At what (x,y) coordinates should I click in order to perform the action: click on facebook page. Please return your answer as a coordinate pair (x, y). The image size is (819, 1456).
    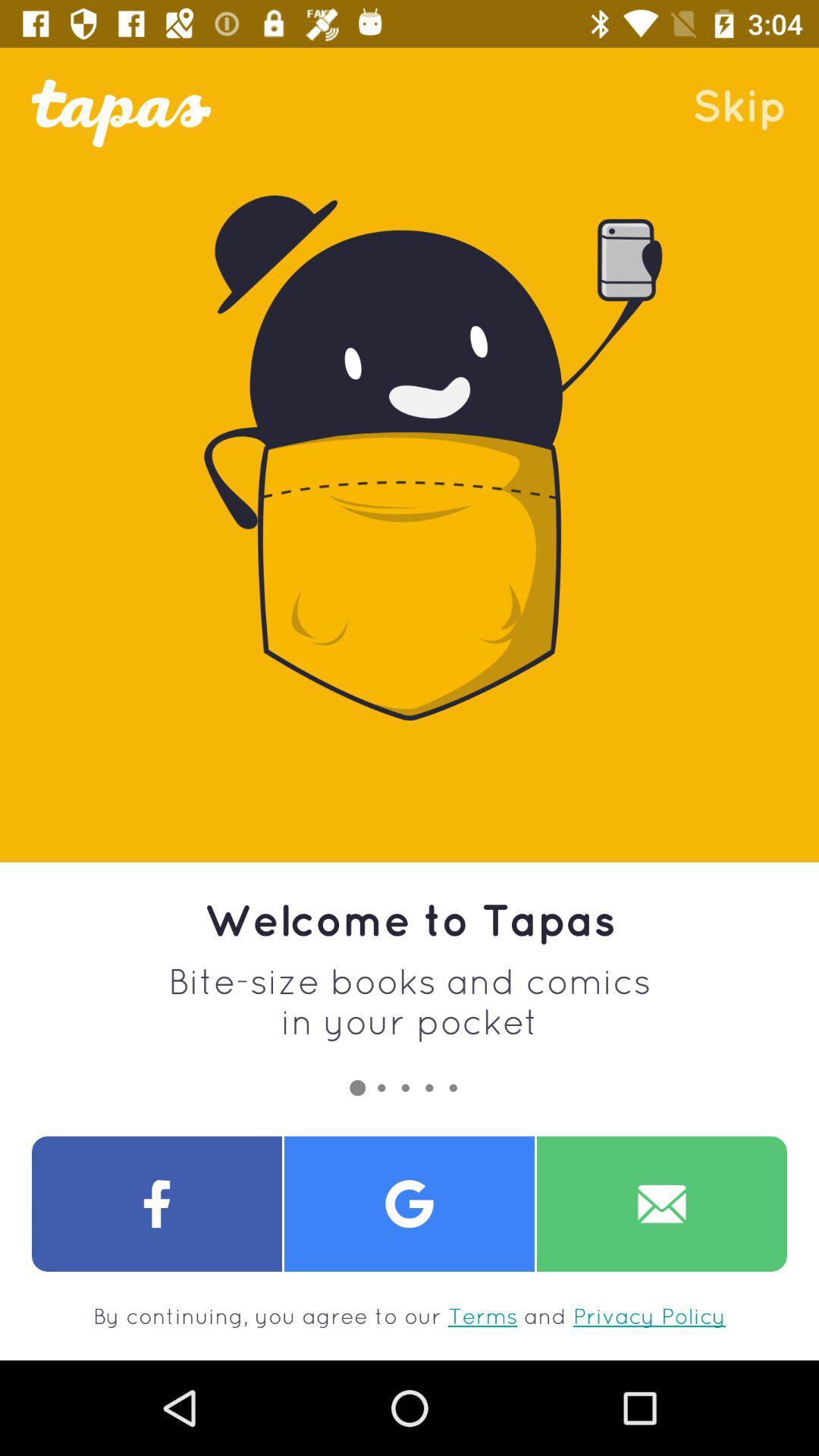
    Looking at the image, I should click on (157, 1203).